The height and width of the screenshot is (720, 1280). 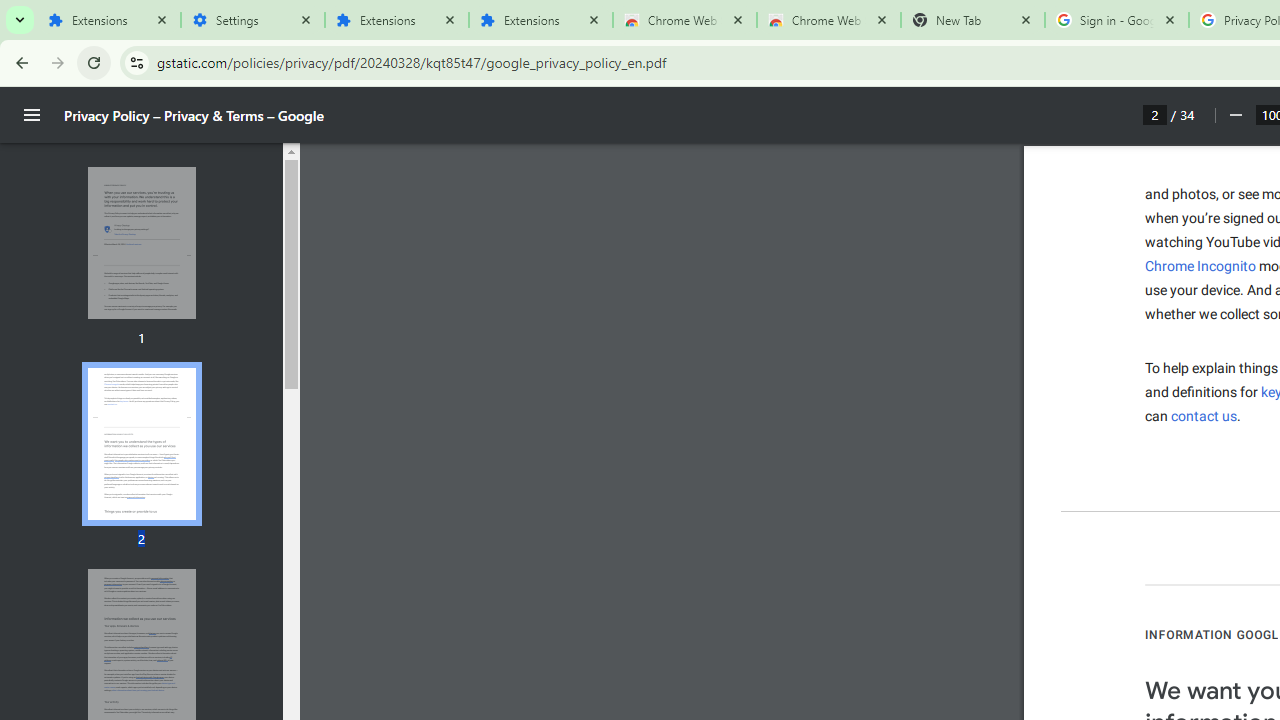 What do you see at coordinates (1234, 115) in the screenshot?
I see `'Zoom out'` at bounding box center [1234, 115].